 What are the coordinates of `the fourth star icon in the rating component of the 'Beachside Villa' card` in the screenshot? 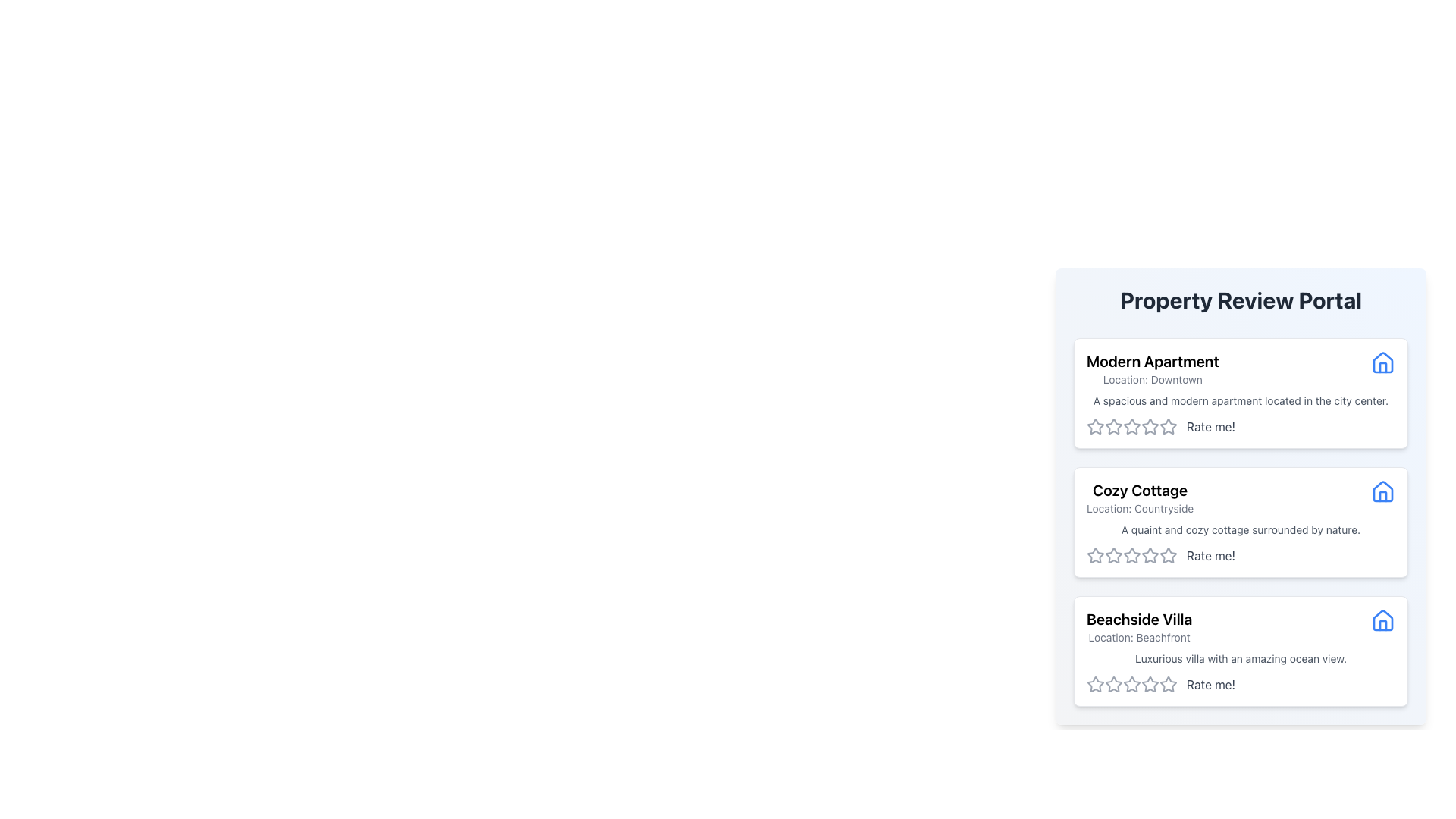 It's located at (1131, 684).